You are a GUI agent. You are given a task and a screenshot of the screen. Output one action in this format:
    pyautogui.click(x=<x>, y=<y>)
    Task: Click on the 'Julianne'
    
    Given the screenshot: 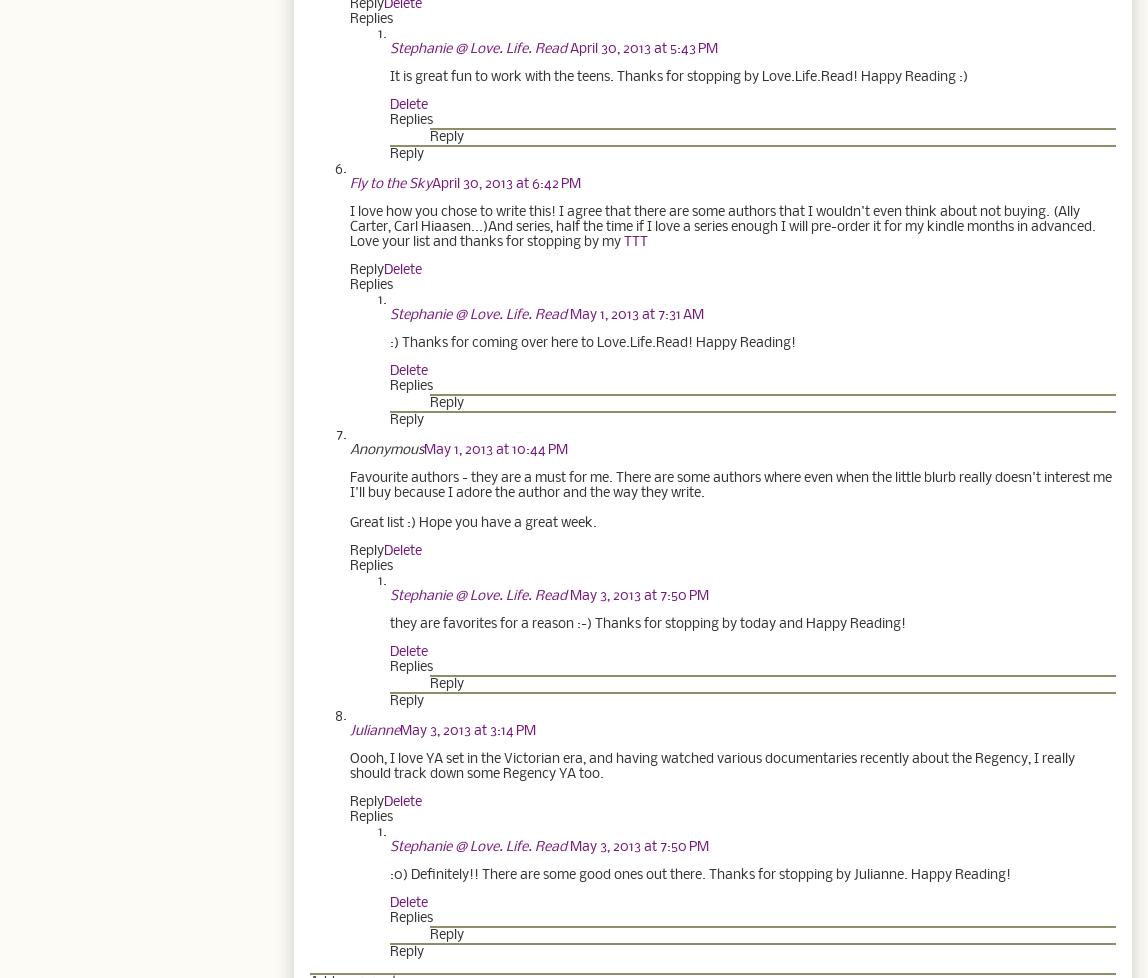 What is the action you would take?
    pyautogui.click(x=375, y=730)
    